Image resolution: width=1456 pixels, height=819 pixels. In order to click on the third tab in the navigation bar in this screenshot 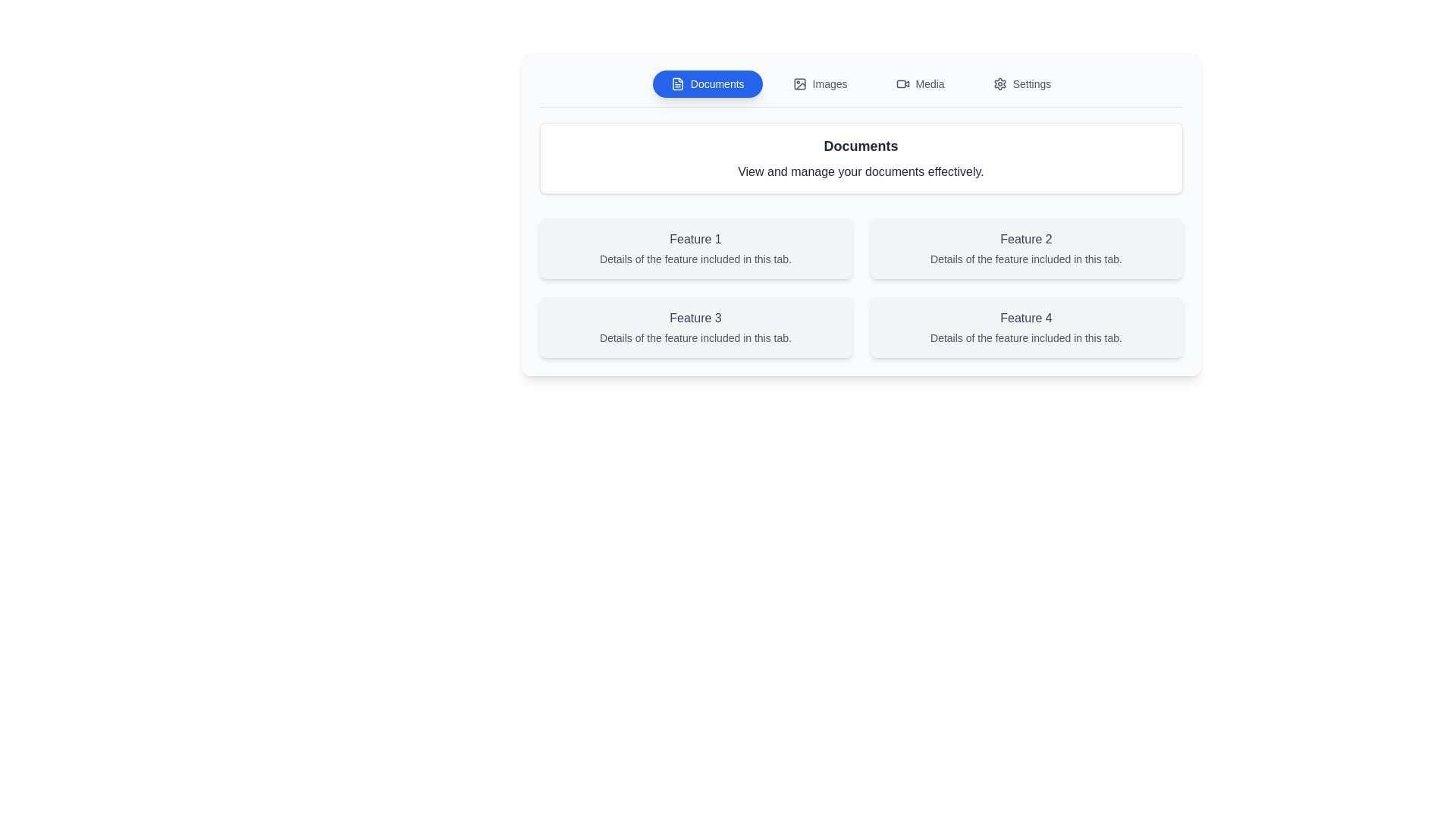, I will do `click(919, 84)`.